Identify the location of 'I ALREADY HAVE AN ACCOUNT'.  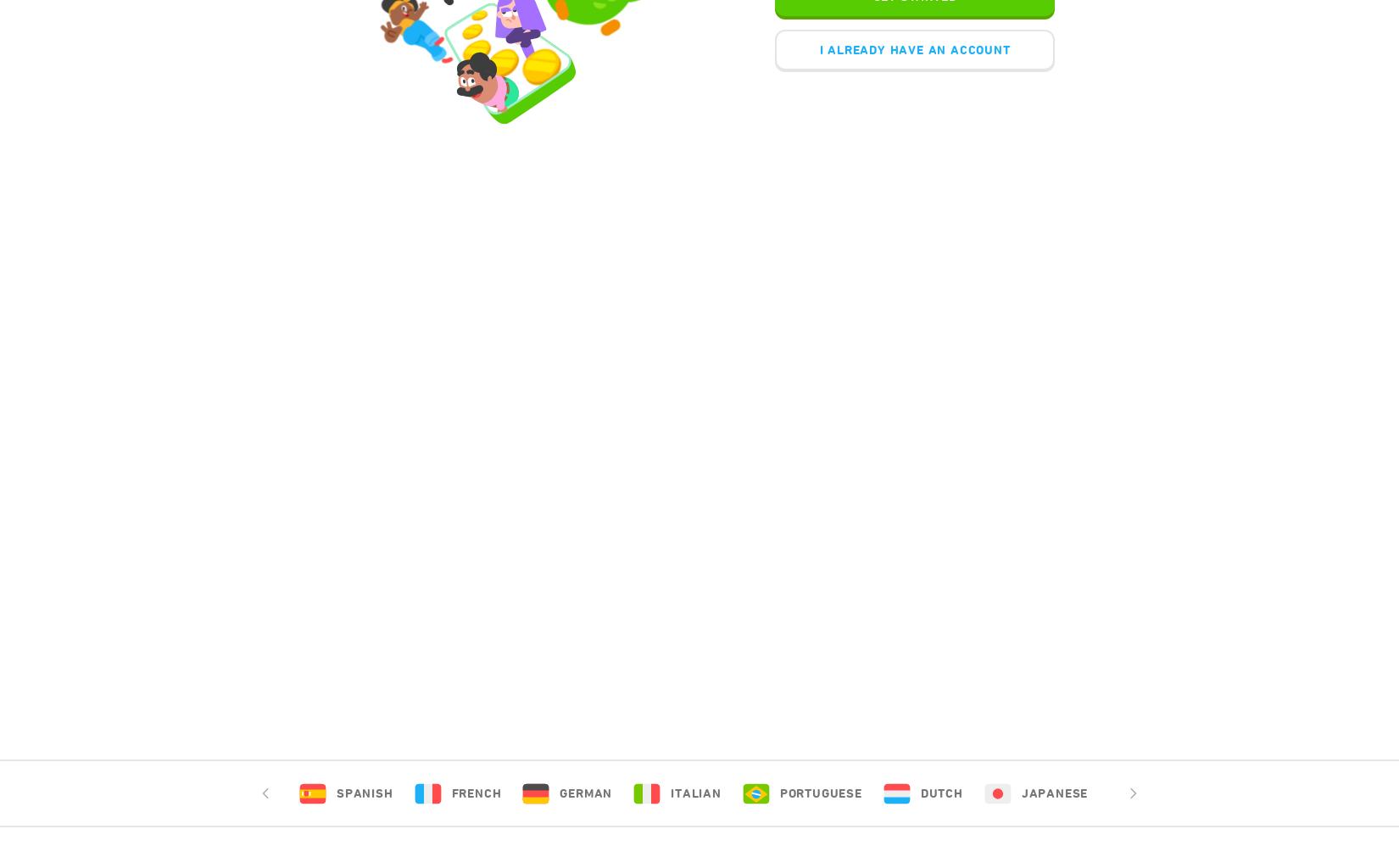
(914, 48).